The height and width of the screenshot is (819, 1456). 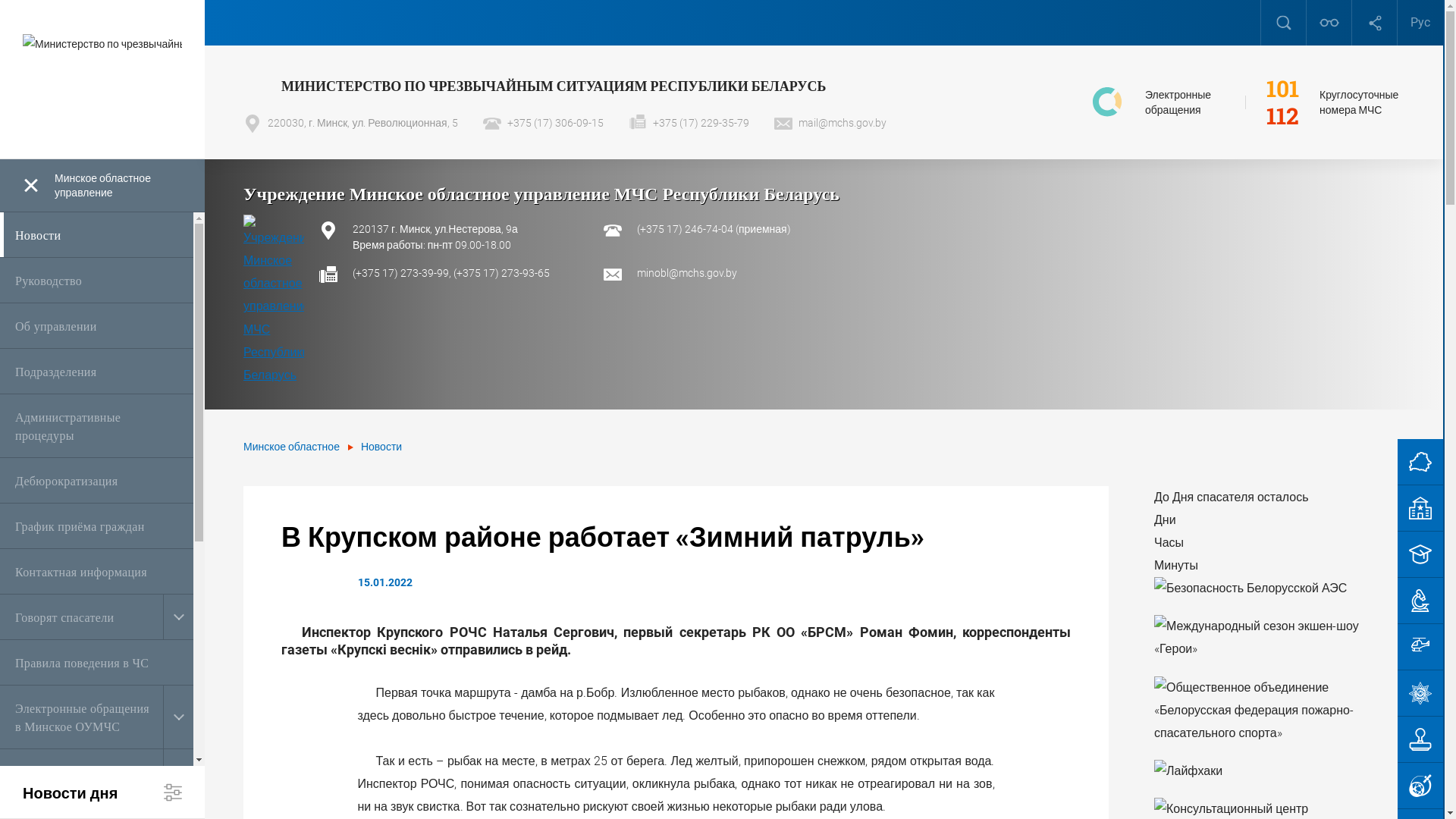 What do you see at coordinates (688, 122) in the screenshot?
I see `'+375 (17) 229-35-79'` at bounding box center [688, 122].